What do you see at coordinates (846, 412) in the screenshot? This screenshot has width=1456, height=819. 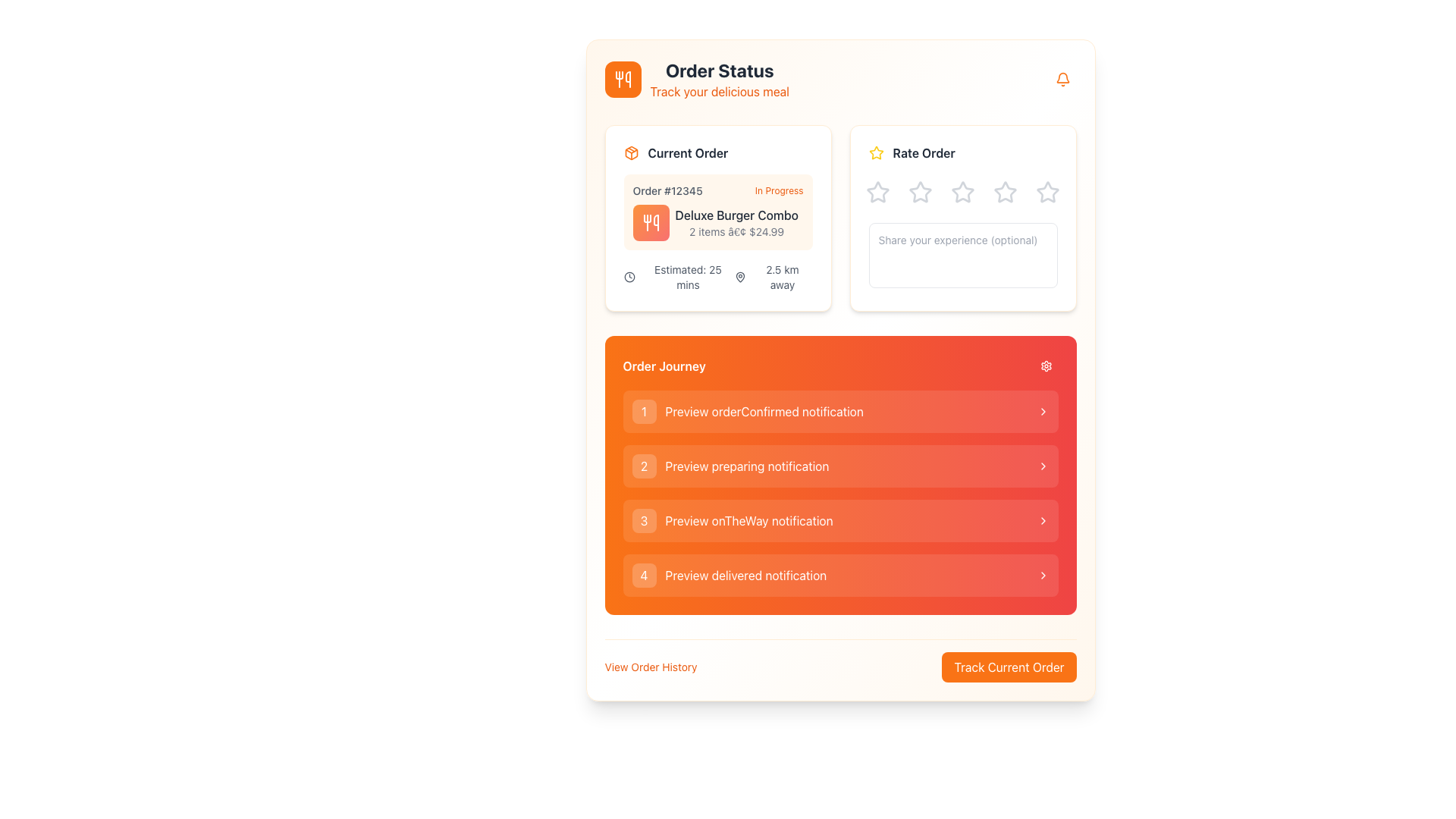 I see `the text label displaying 'Preview orderConfirmed notification' which is styled left-aligned within a transparent background and located between a circular badge and a chevron icon` at bounding box center [846, 412].